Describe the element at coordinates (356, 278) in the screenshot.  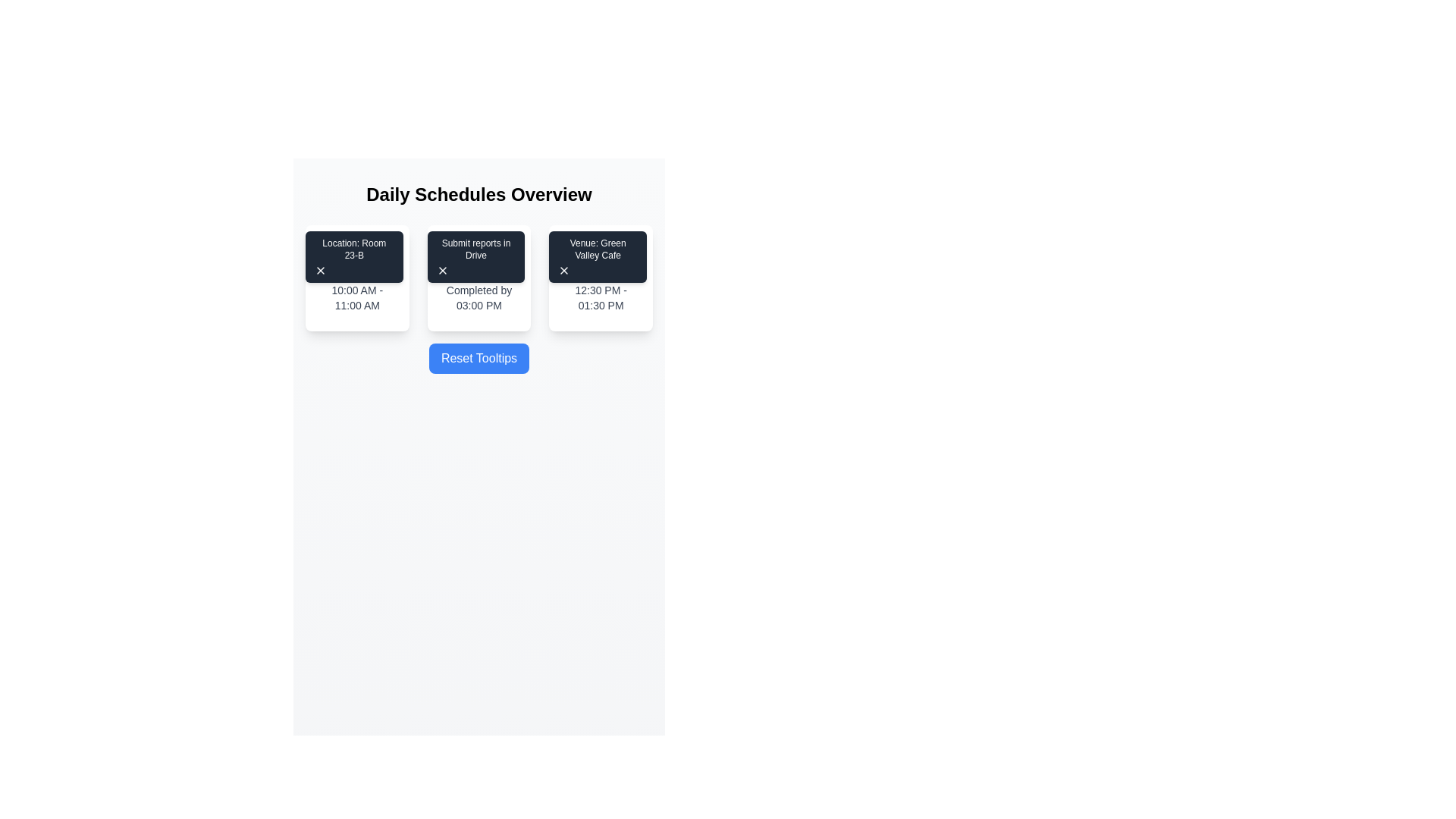
I see `the Informational Card located at the top-left corner of the grid layout, which provides scheduling information for a meeting` at that location.